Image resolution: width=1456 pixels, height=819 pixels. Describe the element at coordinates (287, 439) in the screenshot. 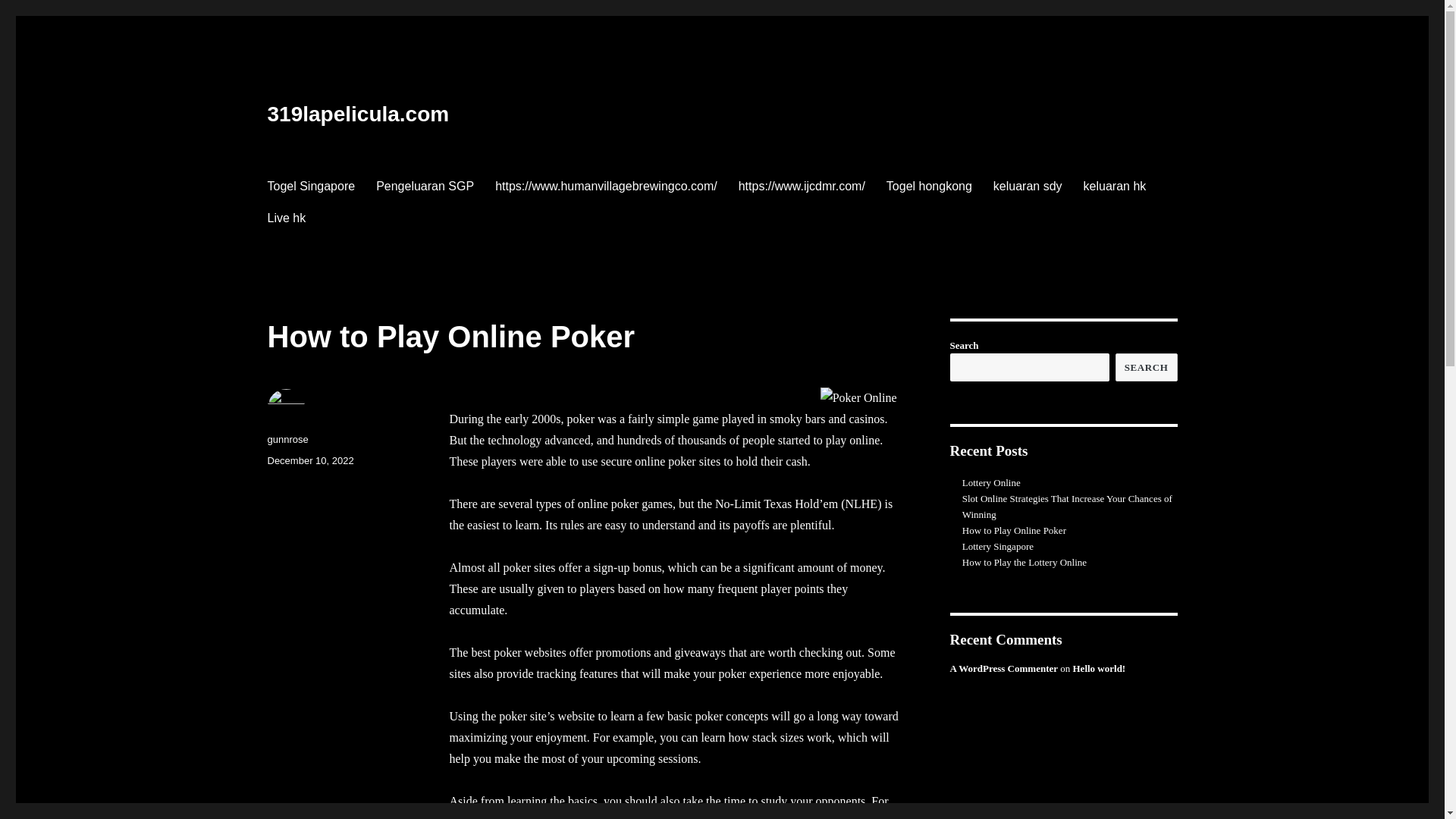

I see `'gunnrose'` at that location.